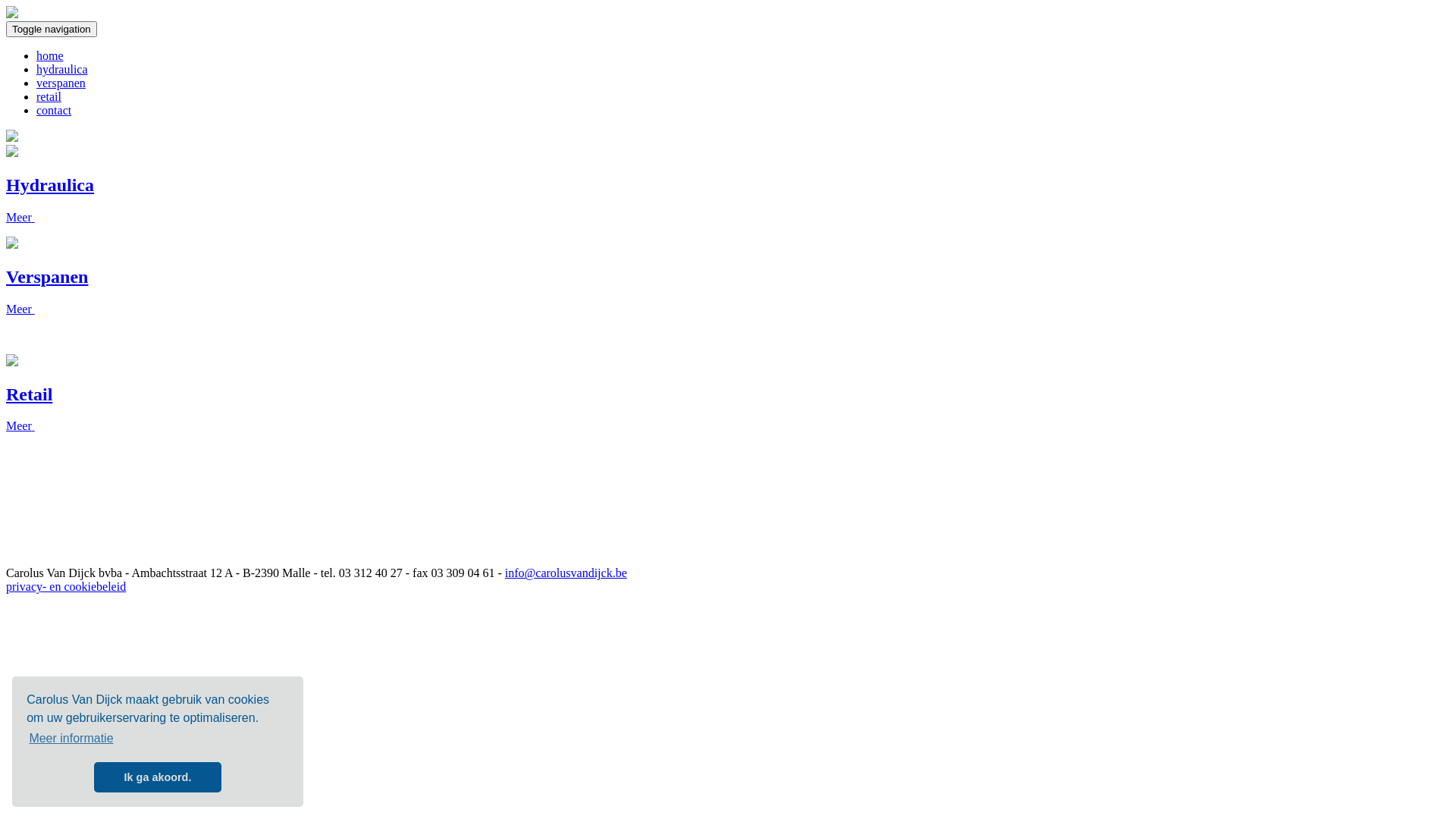 The width and height of the screenshot is (1456, 819). I want to click on 'retail', so click(49, 96).